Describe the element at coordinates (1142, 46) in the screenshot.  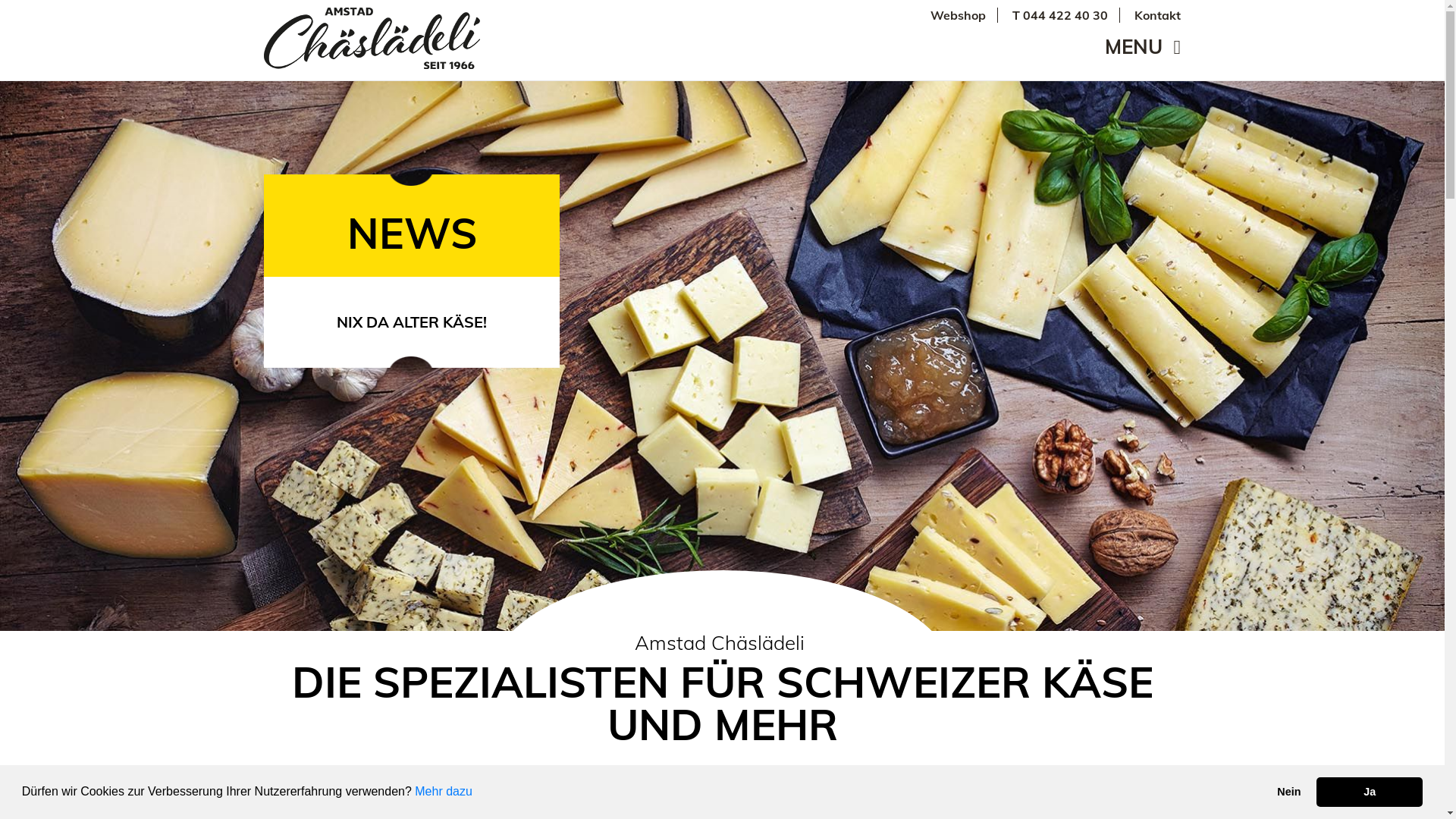
I see `'MENU'` at that location.